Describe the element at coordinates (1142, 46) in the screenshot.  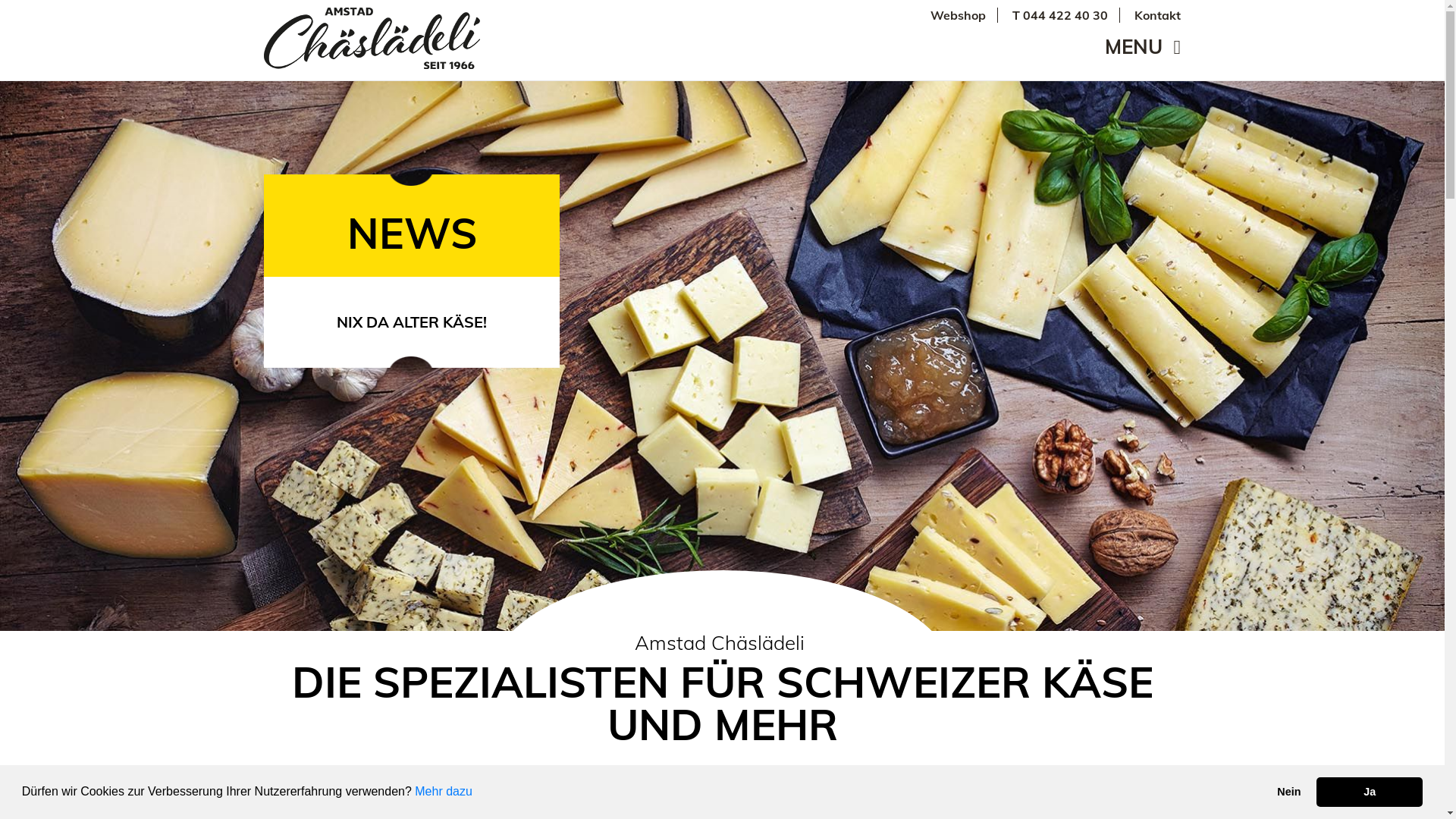
I see `'MENU'` at that location.